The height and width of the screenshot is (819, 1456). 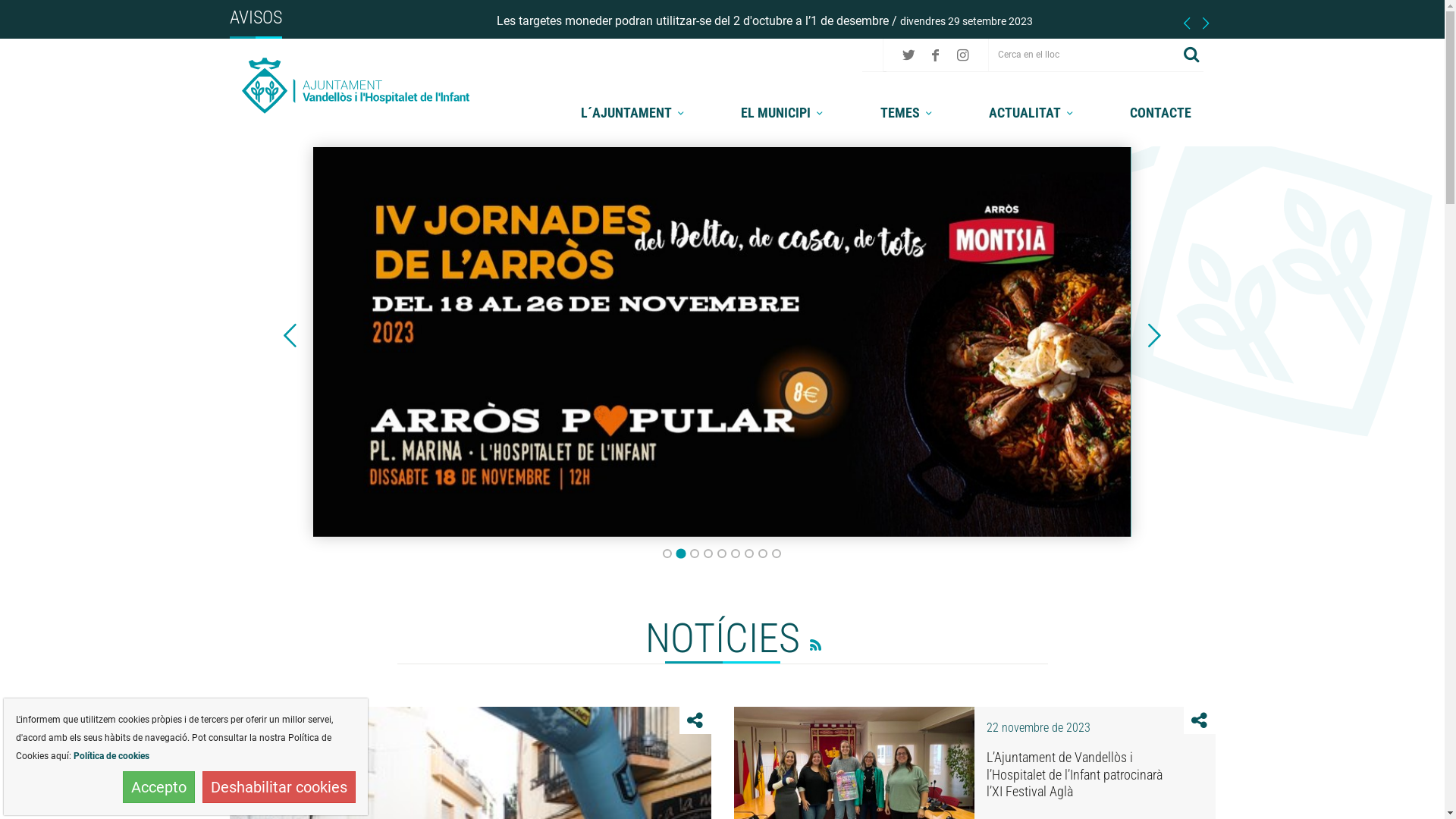 What do you see at coordinates (1084, 53) in the screenshot?
I see `'Cerca en el lloc'` at bounding box center [1084, 53].